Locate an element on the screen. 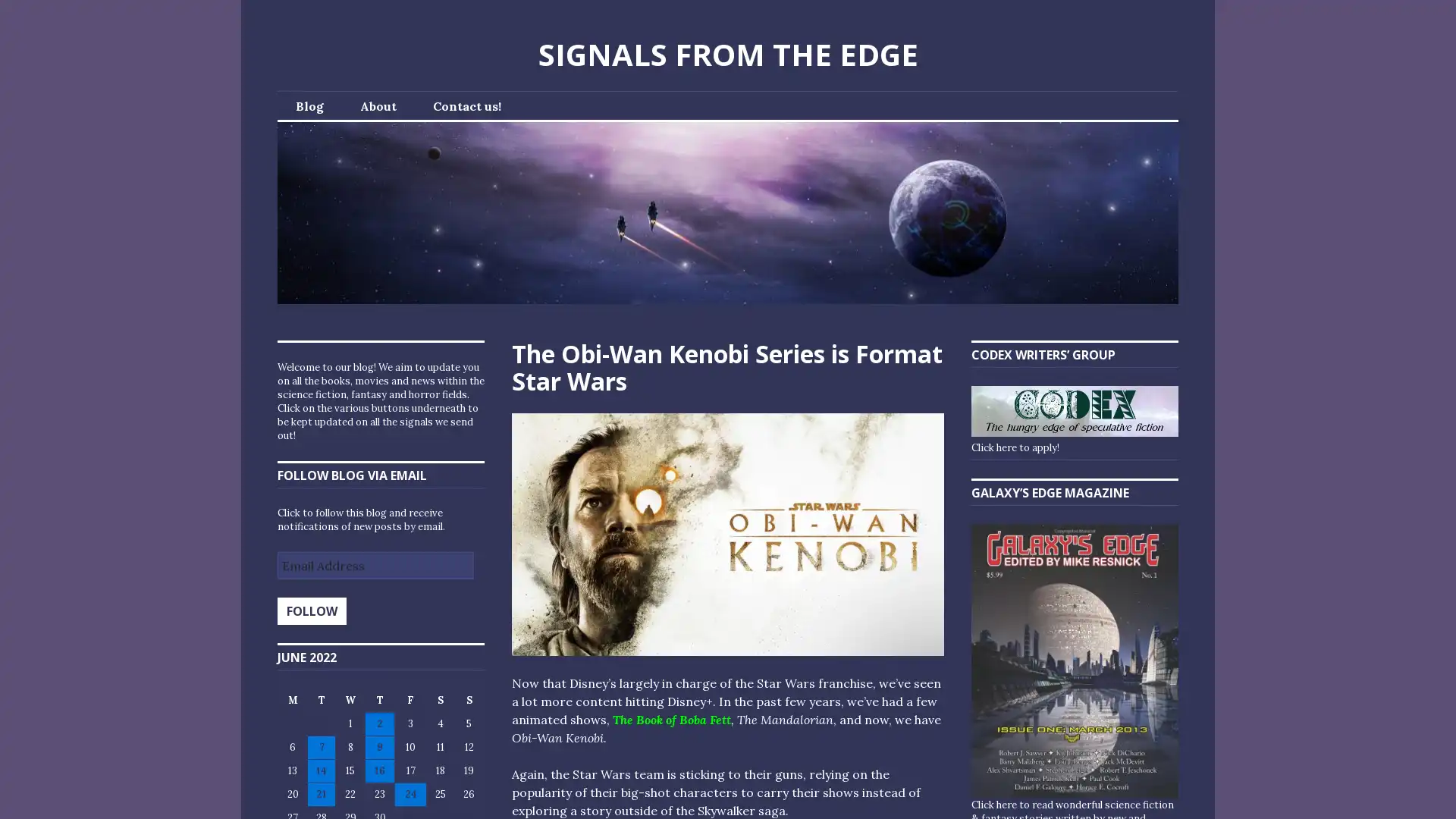 The image size is (1456, 819). FOLLOW is located at coordinates (311, 610).